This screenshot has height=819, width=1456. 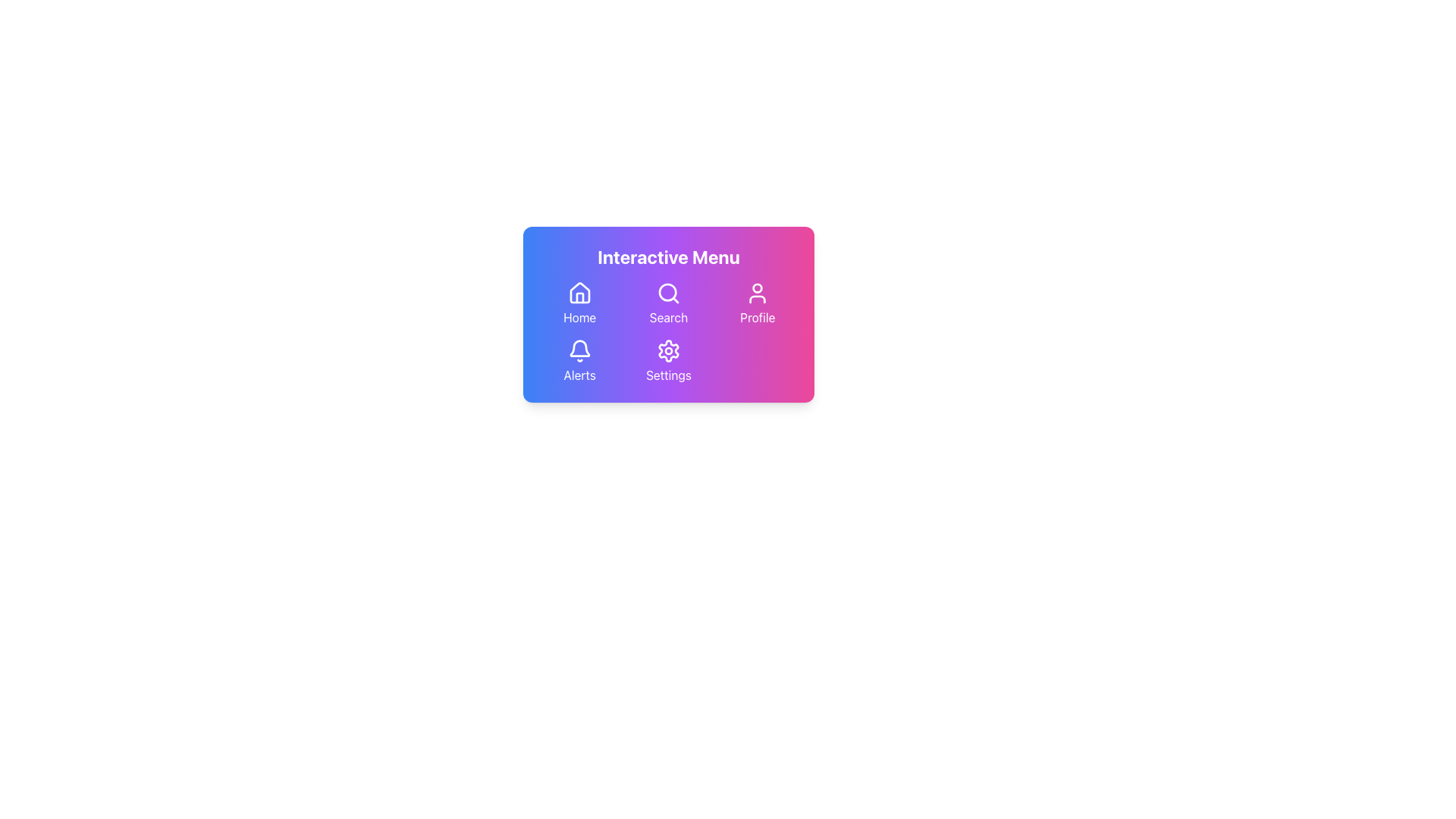 What do you see at coordinates (668, 317) in the screenshot?
I see `the 'Search' text label, which is displayed in white font below the search icon on a gradient card background` at bounding box center [668, 317].